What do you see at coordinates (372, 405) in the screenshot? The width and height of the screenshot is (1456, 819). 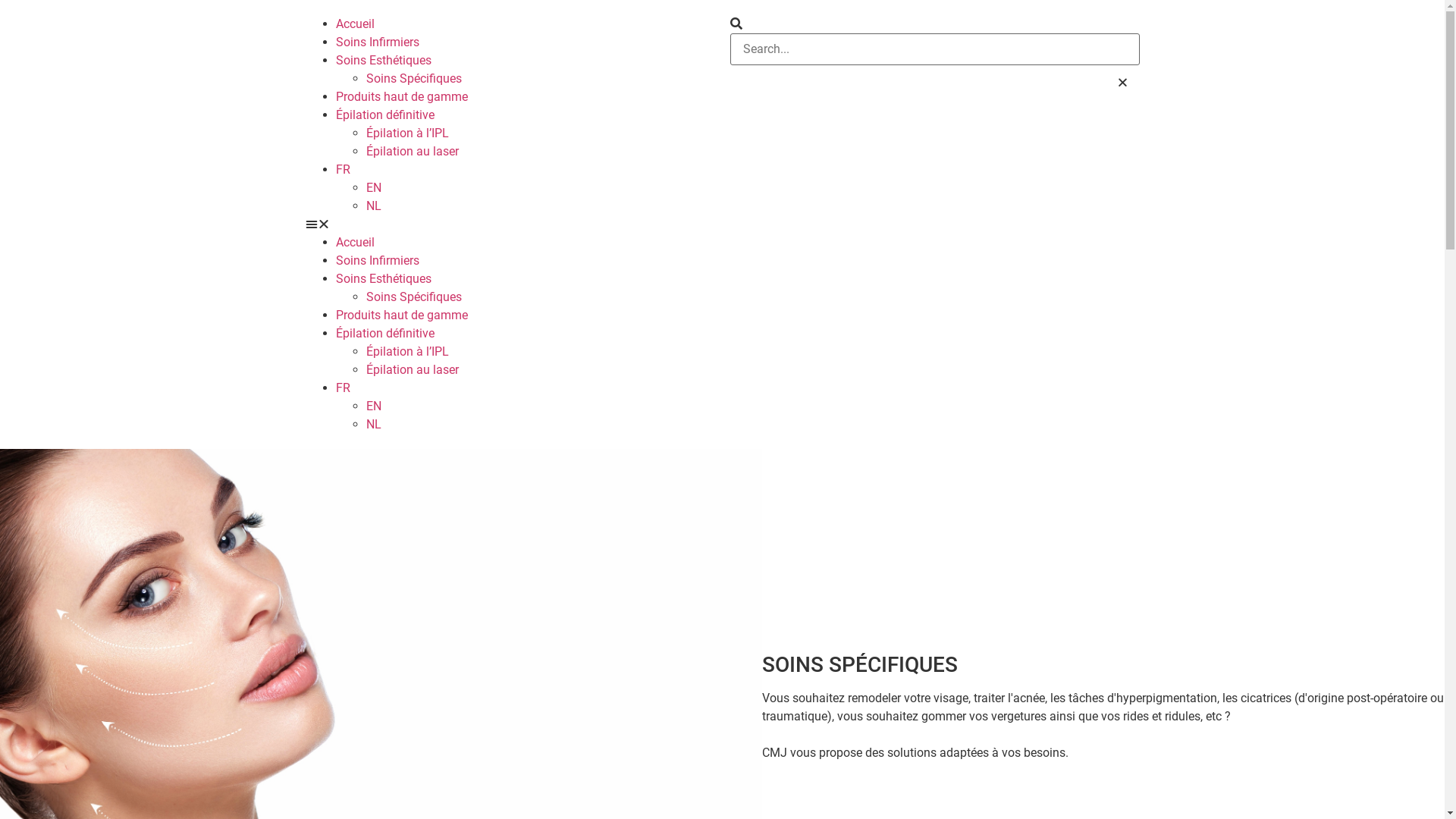 I see `'EN'` at bounding box center [372, 405].